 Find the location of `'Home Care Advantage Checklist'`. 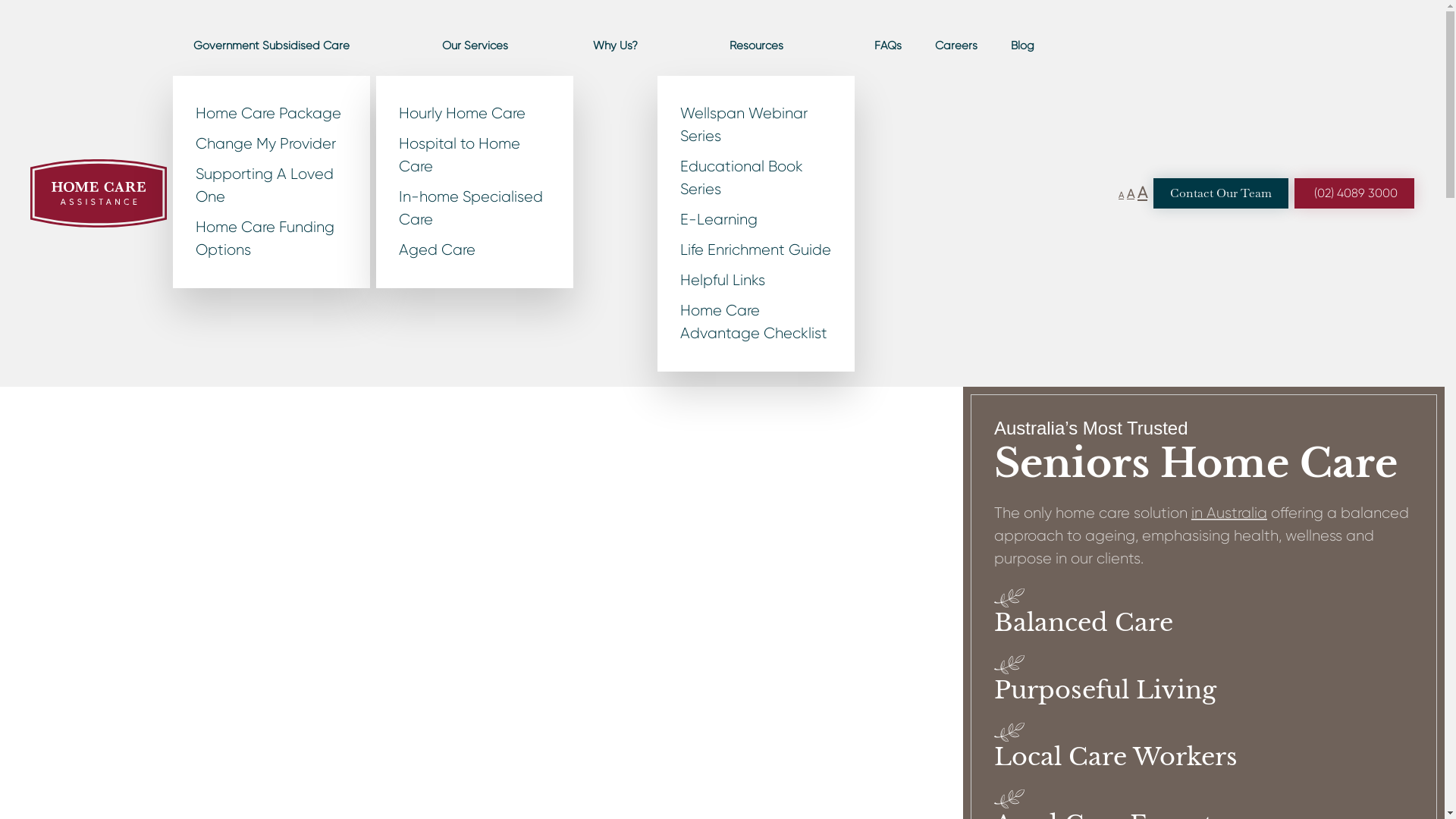

'Home Care Advantage Checklist' is located at coordinates (756, 321).